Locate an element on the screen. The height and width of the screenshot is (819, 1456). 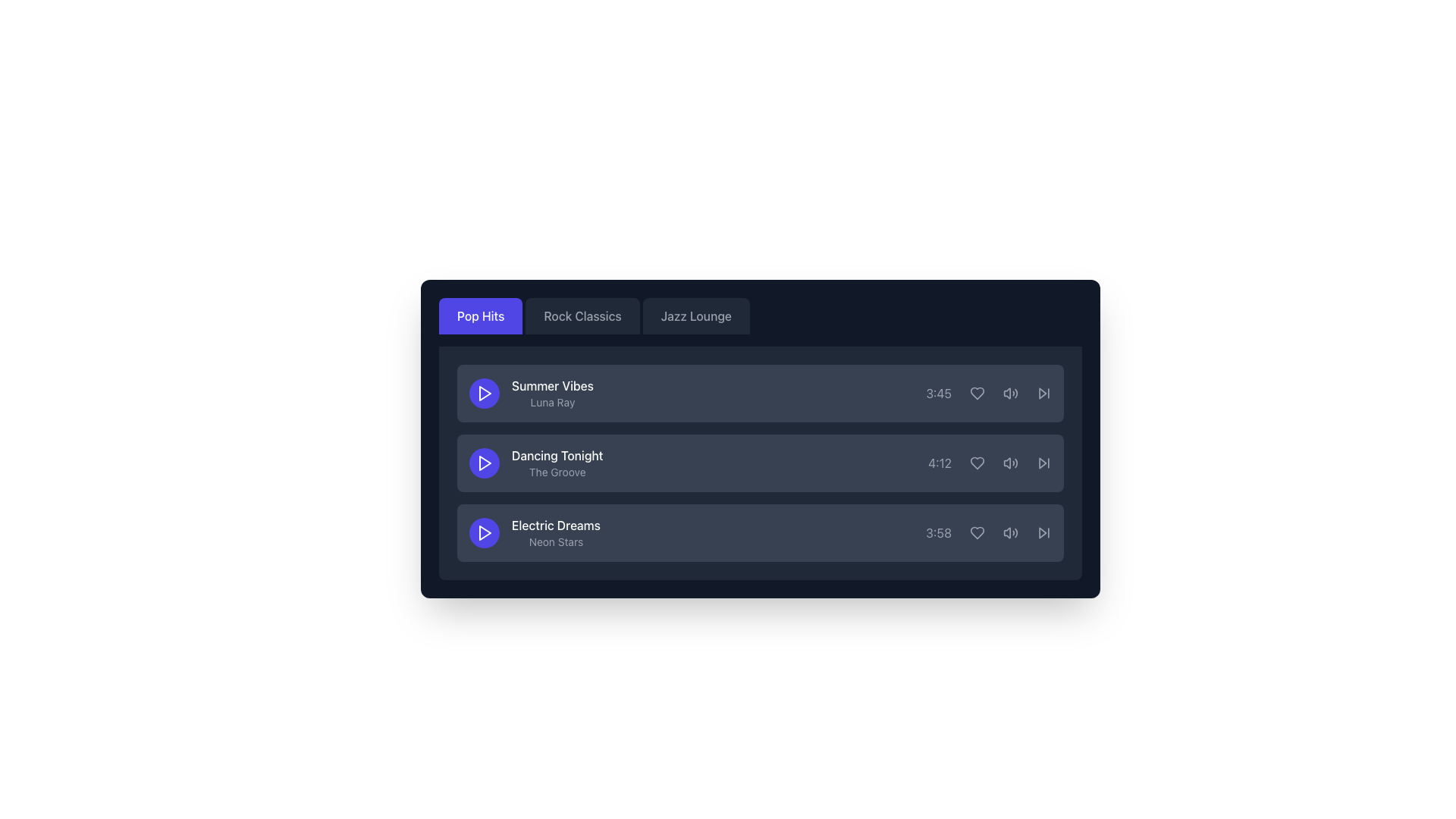
the play button located to the left of the text 'Summer Vibes - Luna Ray' is located at coordinates (484, 393).